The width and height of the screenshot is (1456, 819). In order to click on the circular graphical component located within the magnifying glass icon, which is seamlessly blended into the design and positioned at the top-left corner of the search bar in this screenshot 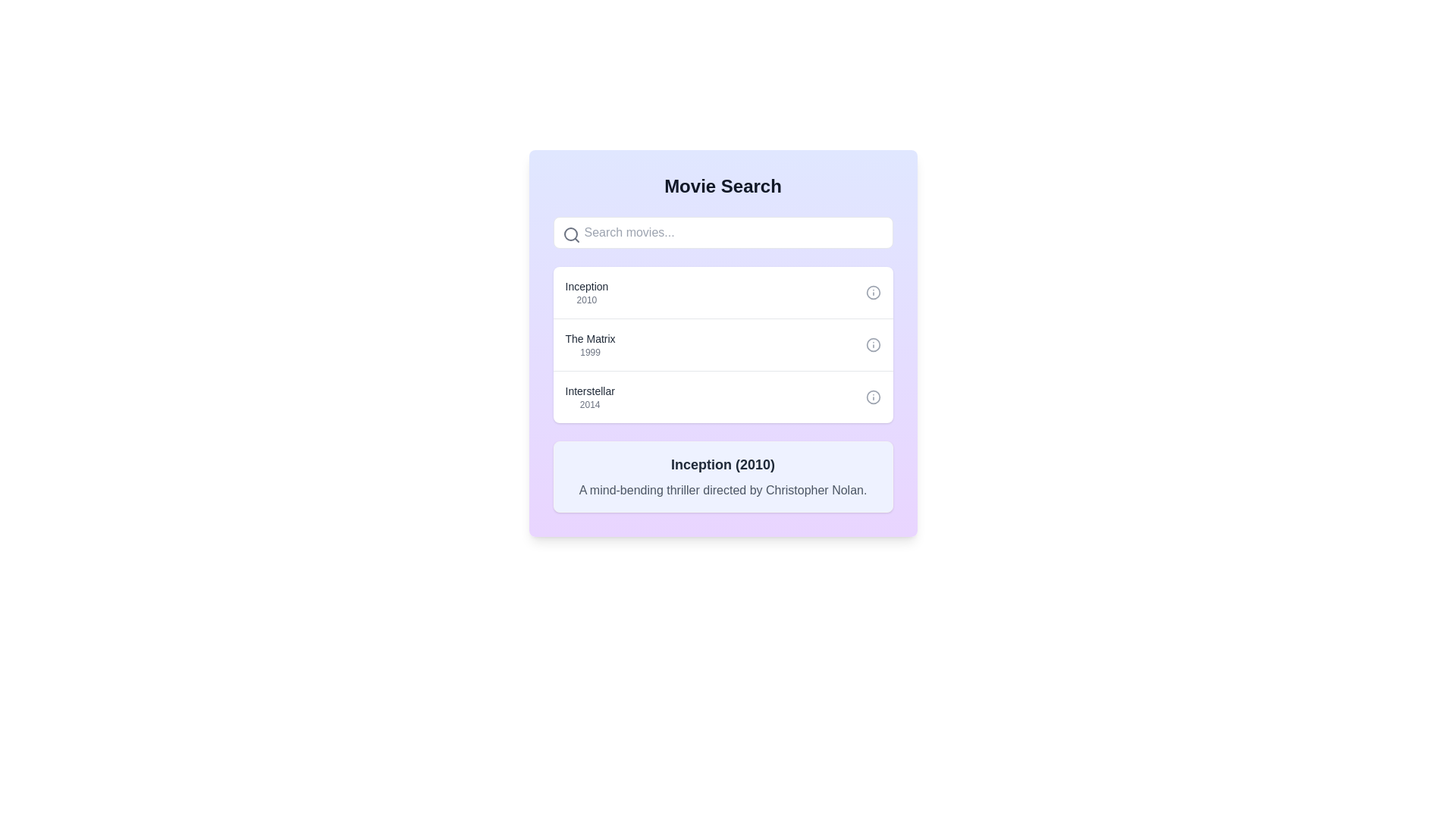, I will do `click(570, 234)`.